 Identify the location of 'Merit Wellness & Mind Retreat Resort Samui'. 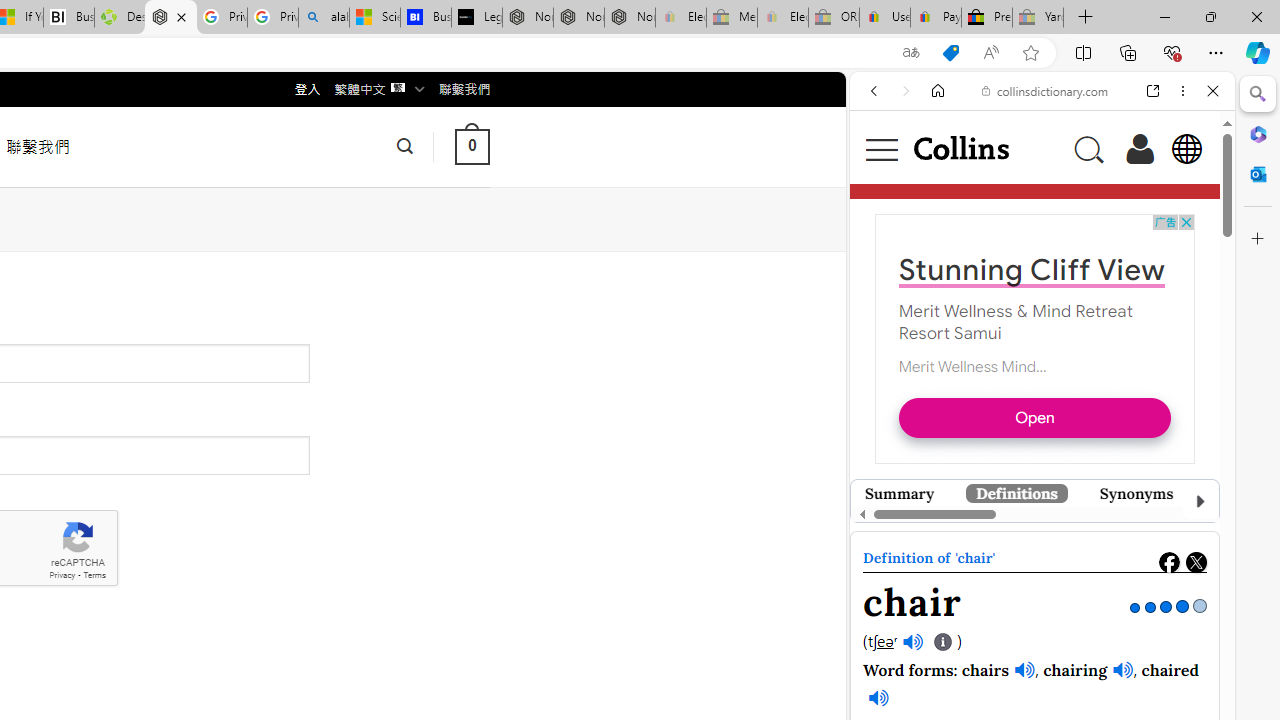
(1016, 321).